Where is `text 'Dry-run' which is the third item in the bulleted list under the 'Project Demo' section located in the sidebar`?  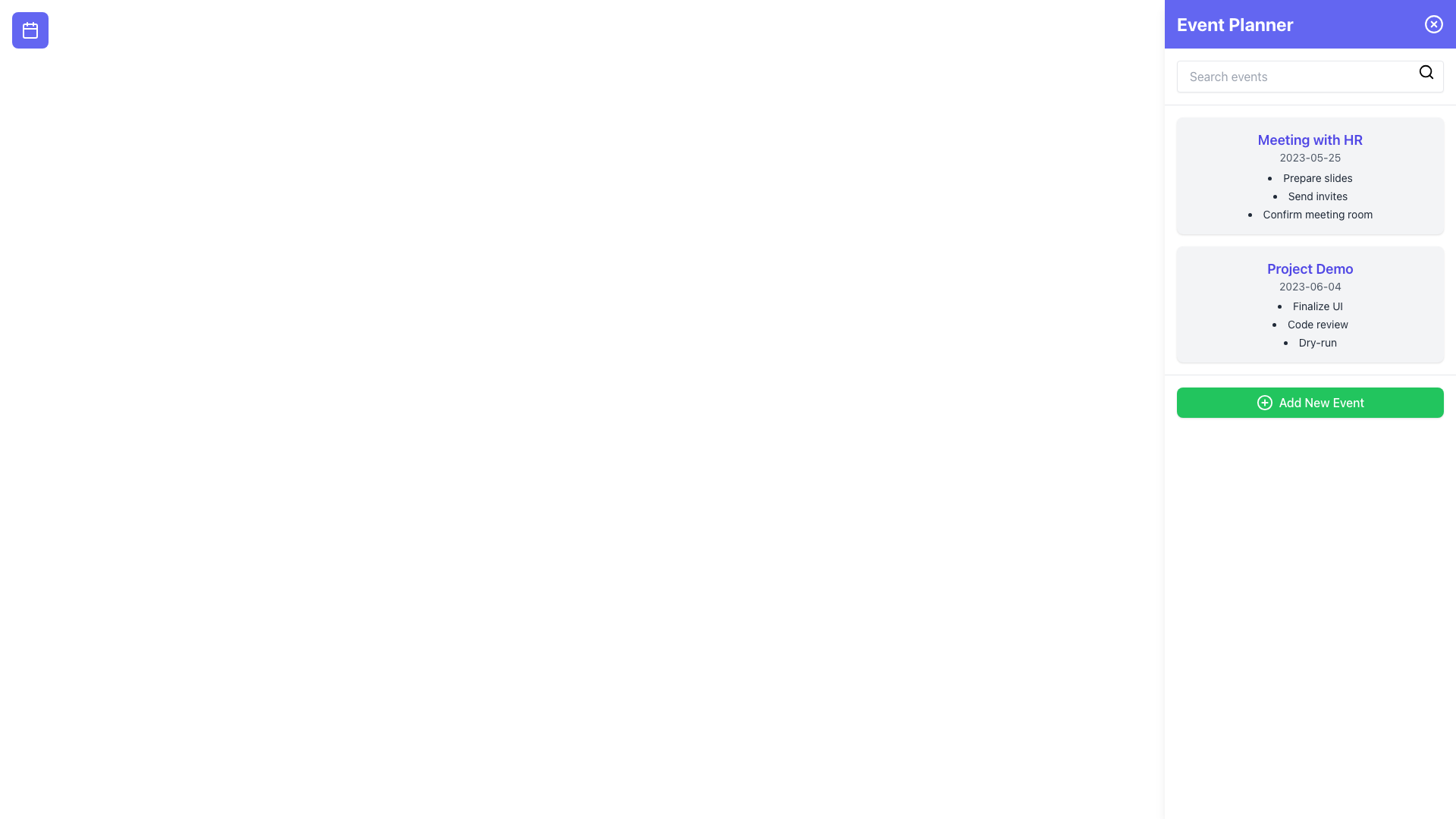
text 'Dry-run' which is the third item in the bulleted list under the 'Project Demo' section located in the sidebar is located at coordinates (1310, 342).